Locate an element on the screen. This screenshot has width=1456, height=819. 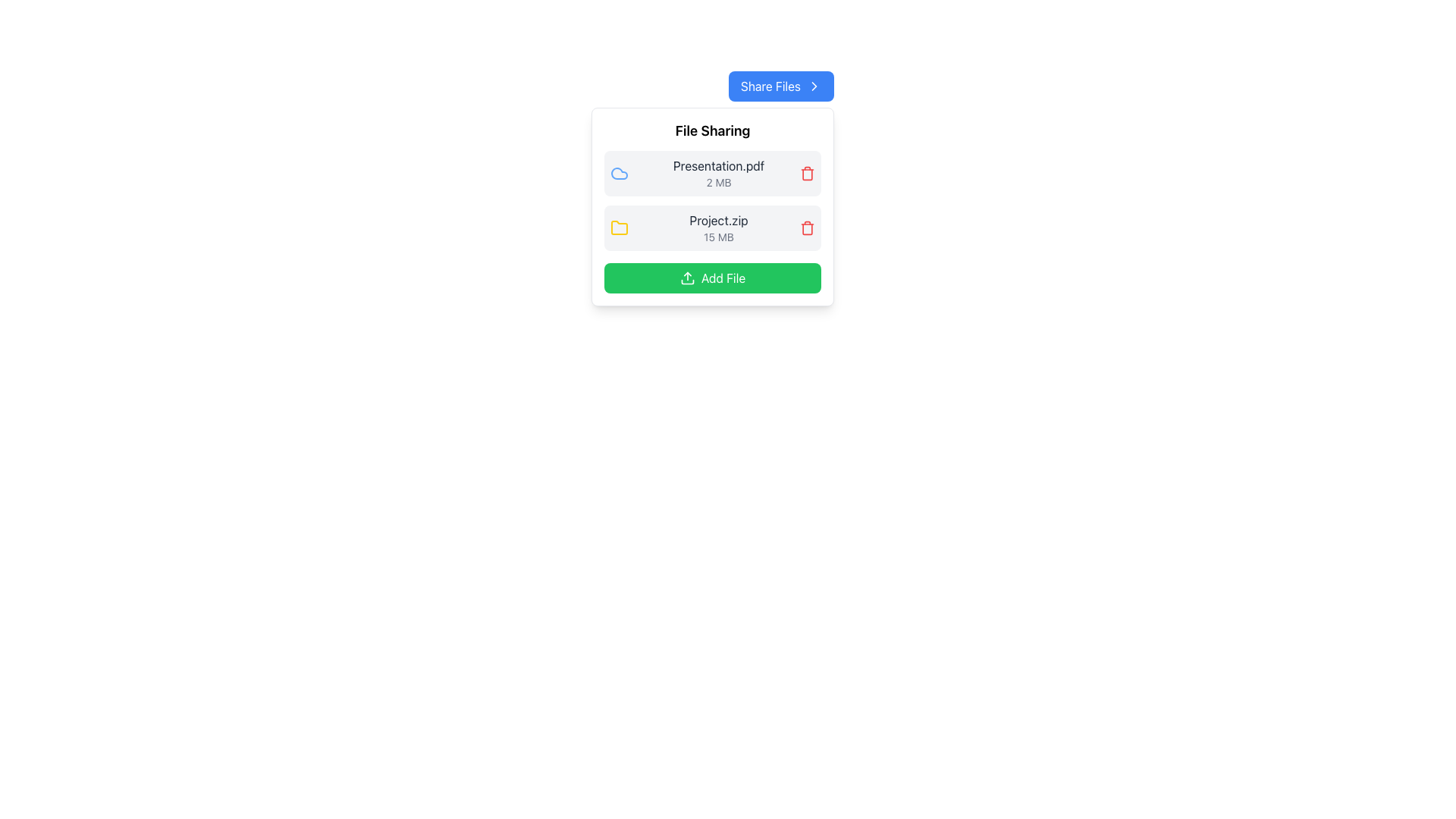
the red trash bin icon located on the right side of the 'Project.zip' file entry to darken its color is located at coordinates (807, 227).